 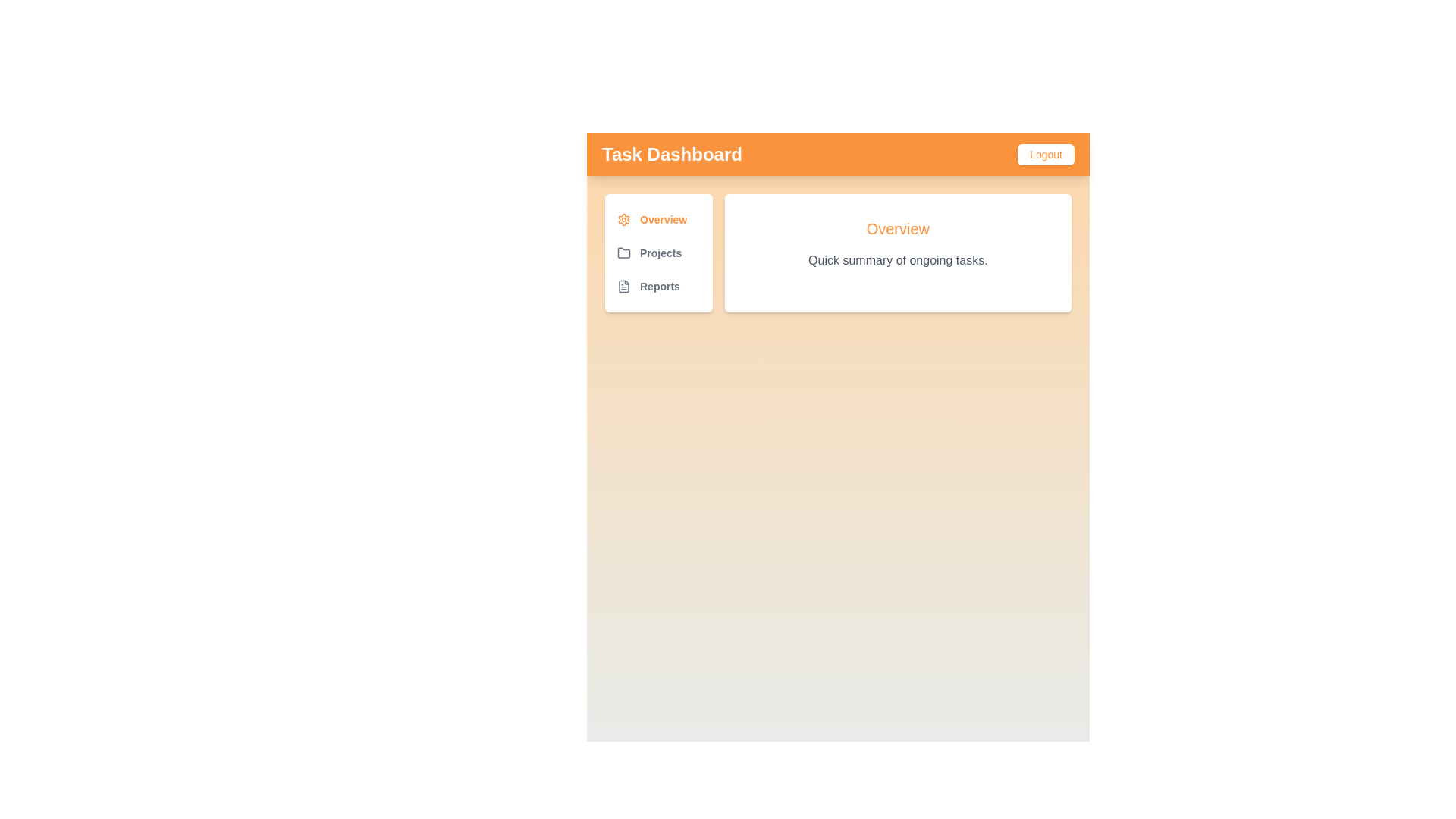 What do you see at coordinates (658, 287) in the screenshot?
I see `the 'Reports' navigation label located in the left vertical navigation bar, specifically the third item in the menu` at bounding box center [658, 287].